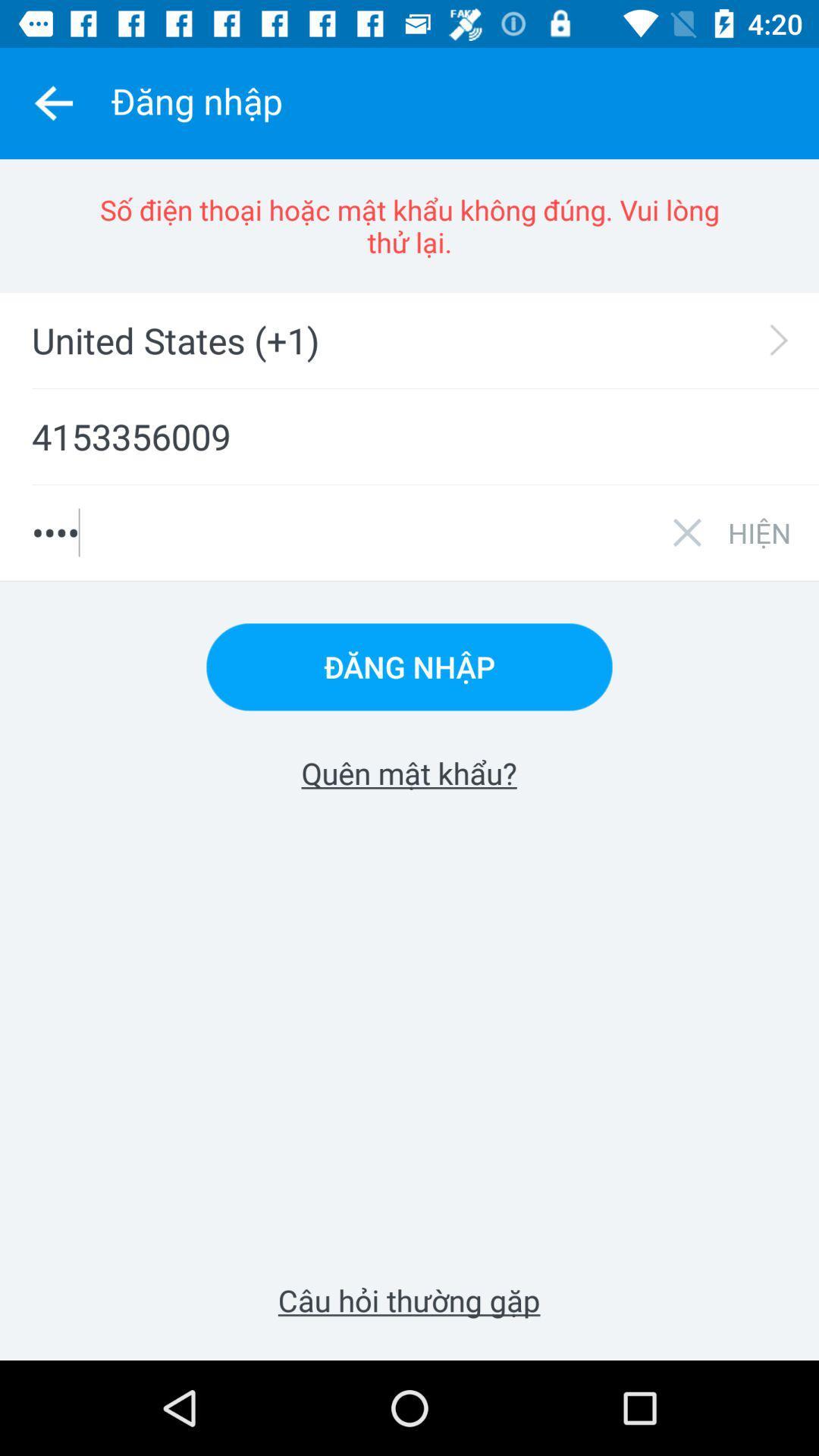 This screenshot has height=1456, width=819. What do you see at coordinates (409, 436) in the screenshot?
I see `item below the united states (+1)` at bounding box center [409, 436].